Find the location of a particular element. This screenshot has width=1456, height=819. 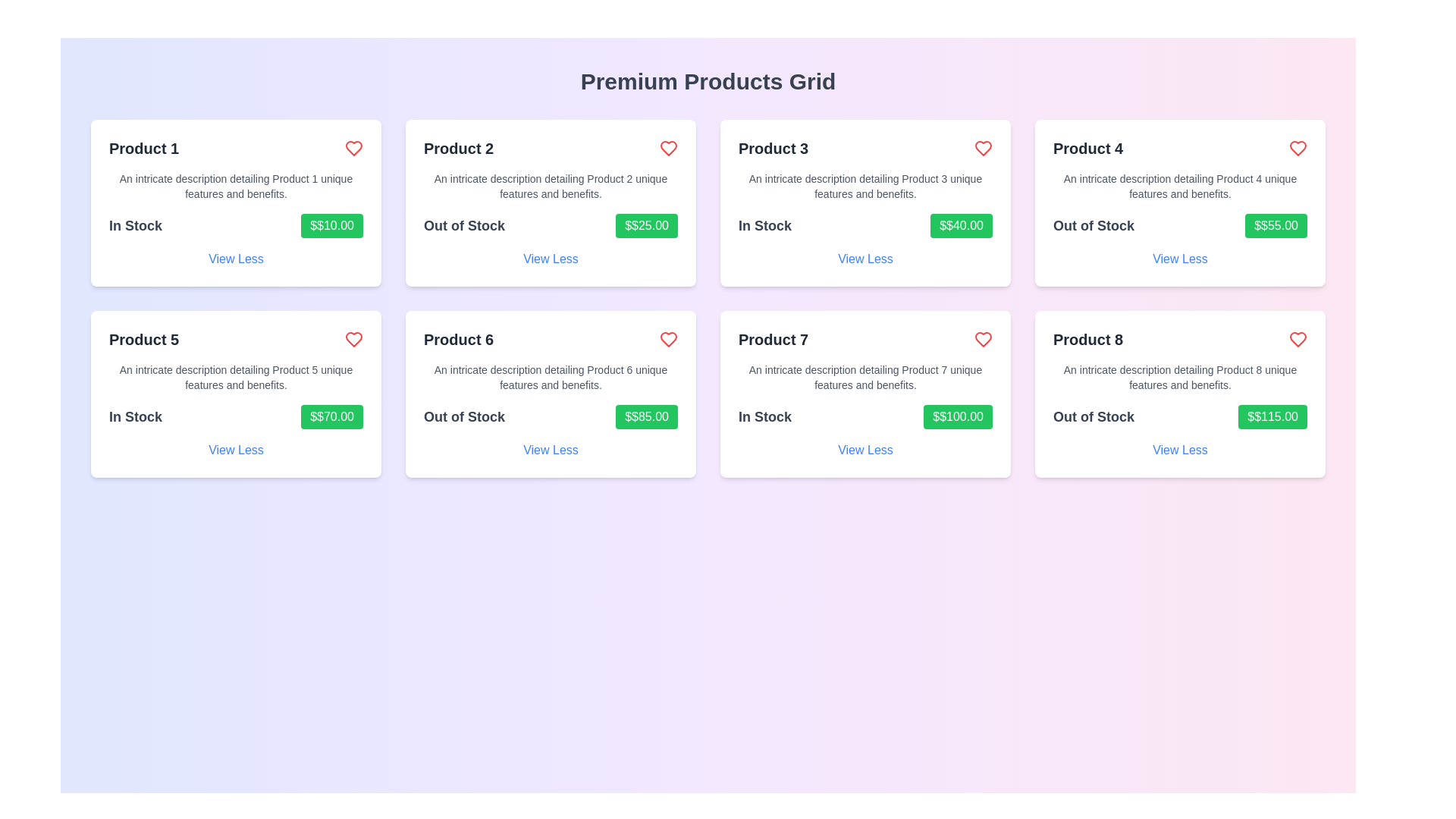

the interactive button that displays the availability status 'In Stock' and the price '$100.00' for 'Product 7', located in the bottom portion of the card, right side of the third row in the grid layout, above the 'View Less' link is located at coordinates (865, 417).